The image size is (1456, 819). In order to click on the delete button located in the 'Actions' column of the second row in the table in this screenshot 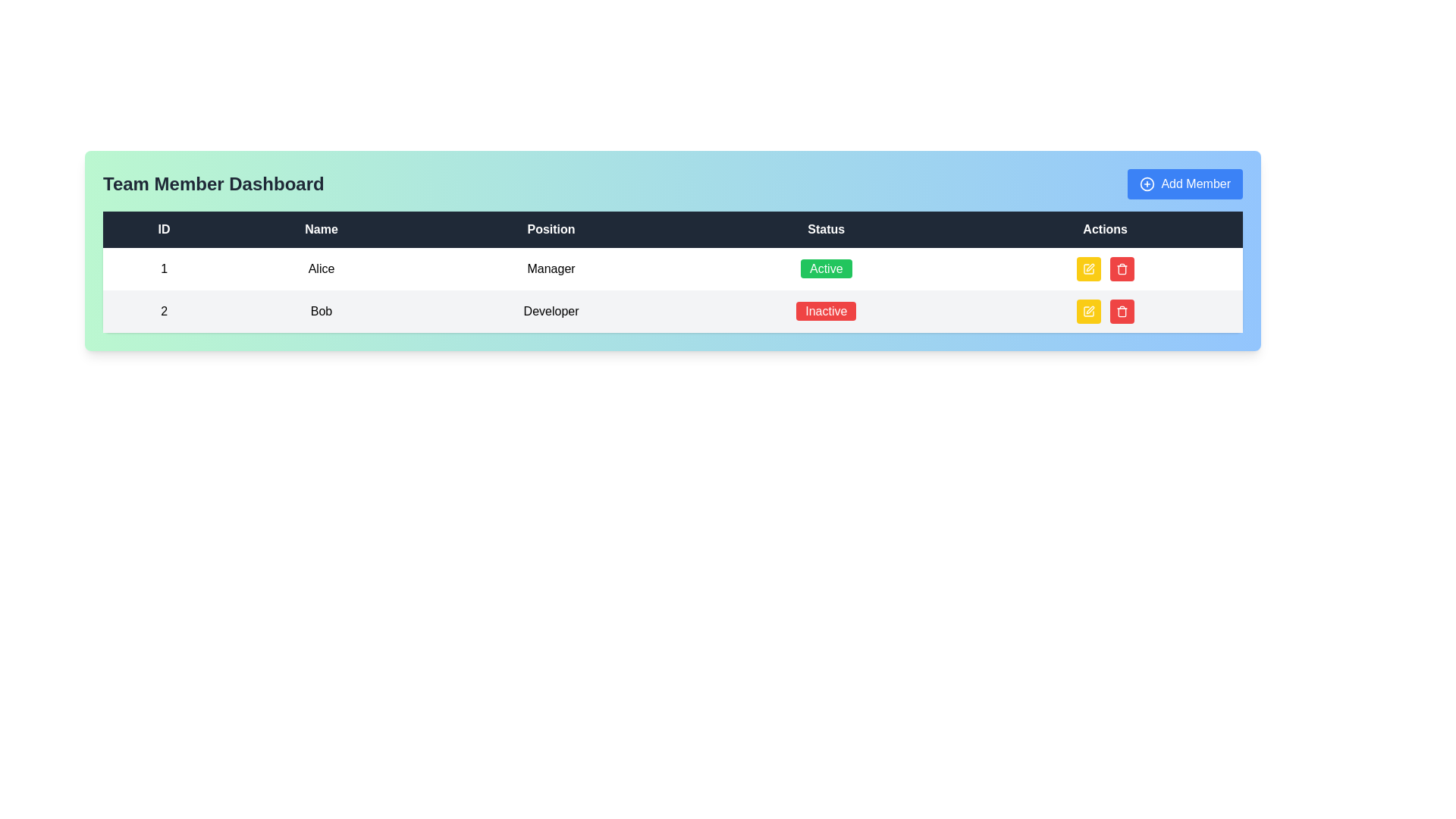, I will do `click(1122, 268)`.